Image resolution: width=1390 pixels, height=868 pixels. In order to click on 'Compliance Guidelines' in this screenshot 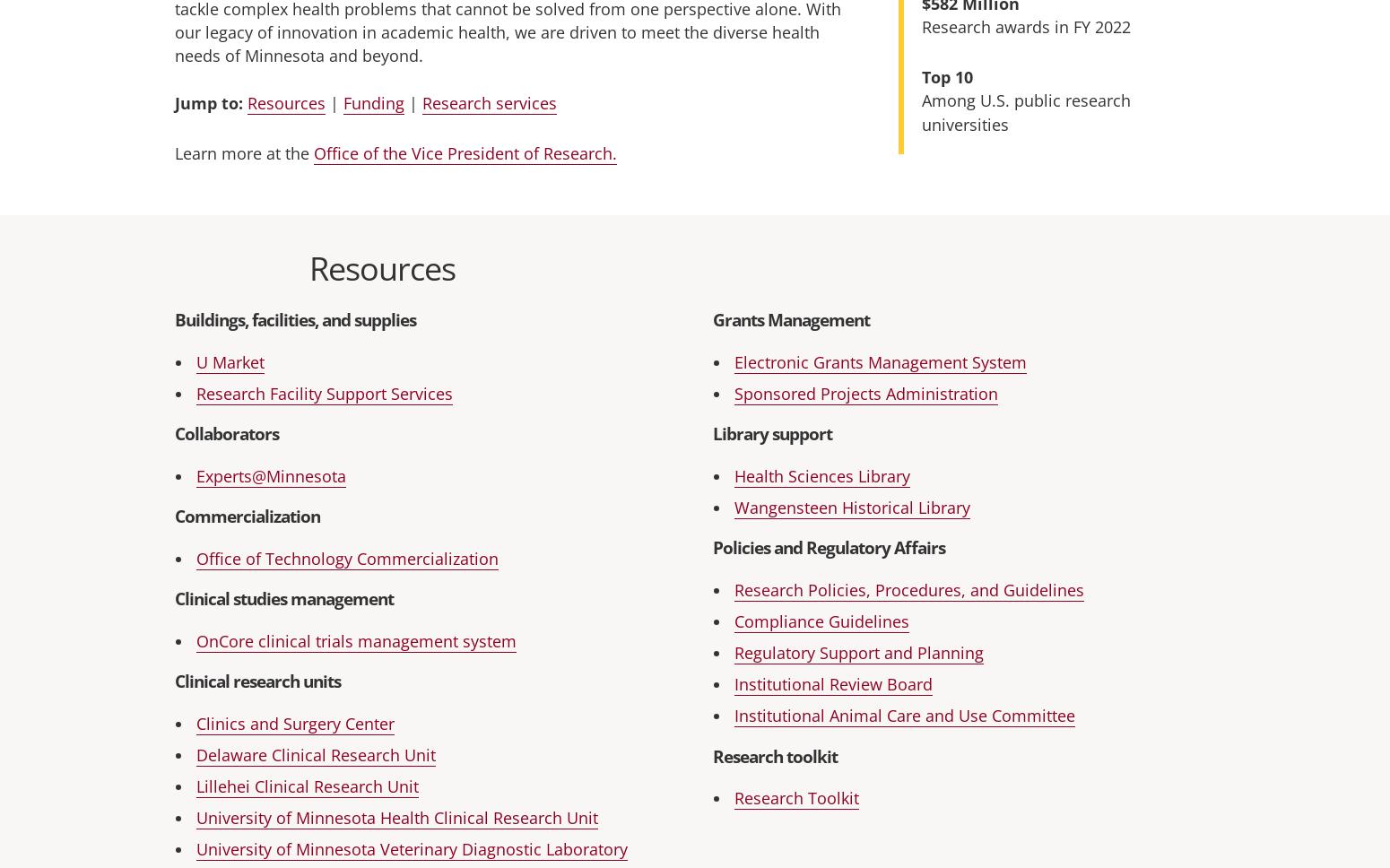, I will do `click(821, 620)`.